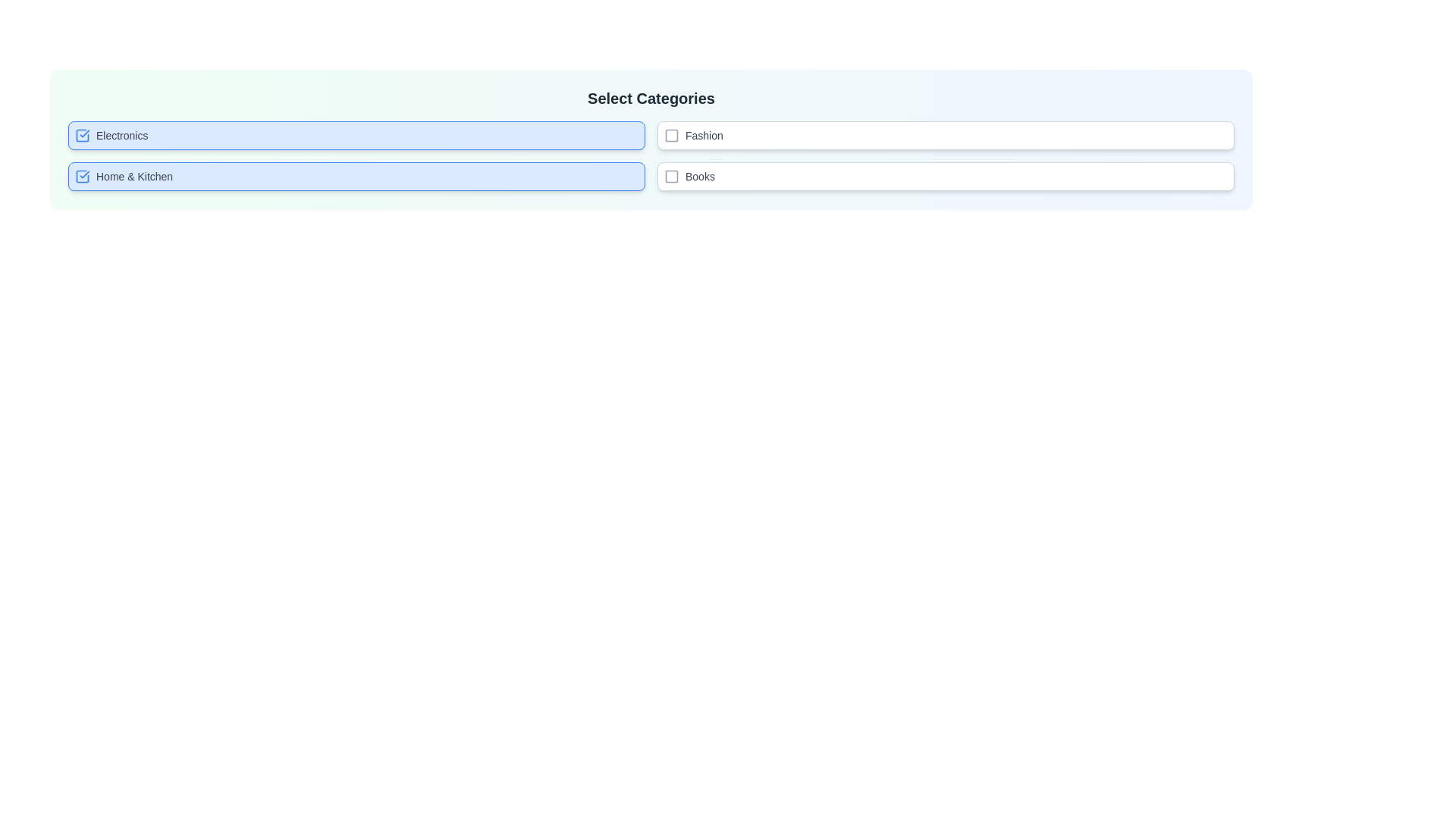  What do you see at coordinates (671, 175) in the screenshot?
I see `the checkbox located in the 'Books' row of the category selection layout to trigger additional effects` at bounding box center [671, 175].